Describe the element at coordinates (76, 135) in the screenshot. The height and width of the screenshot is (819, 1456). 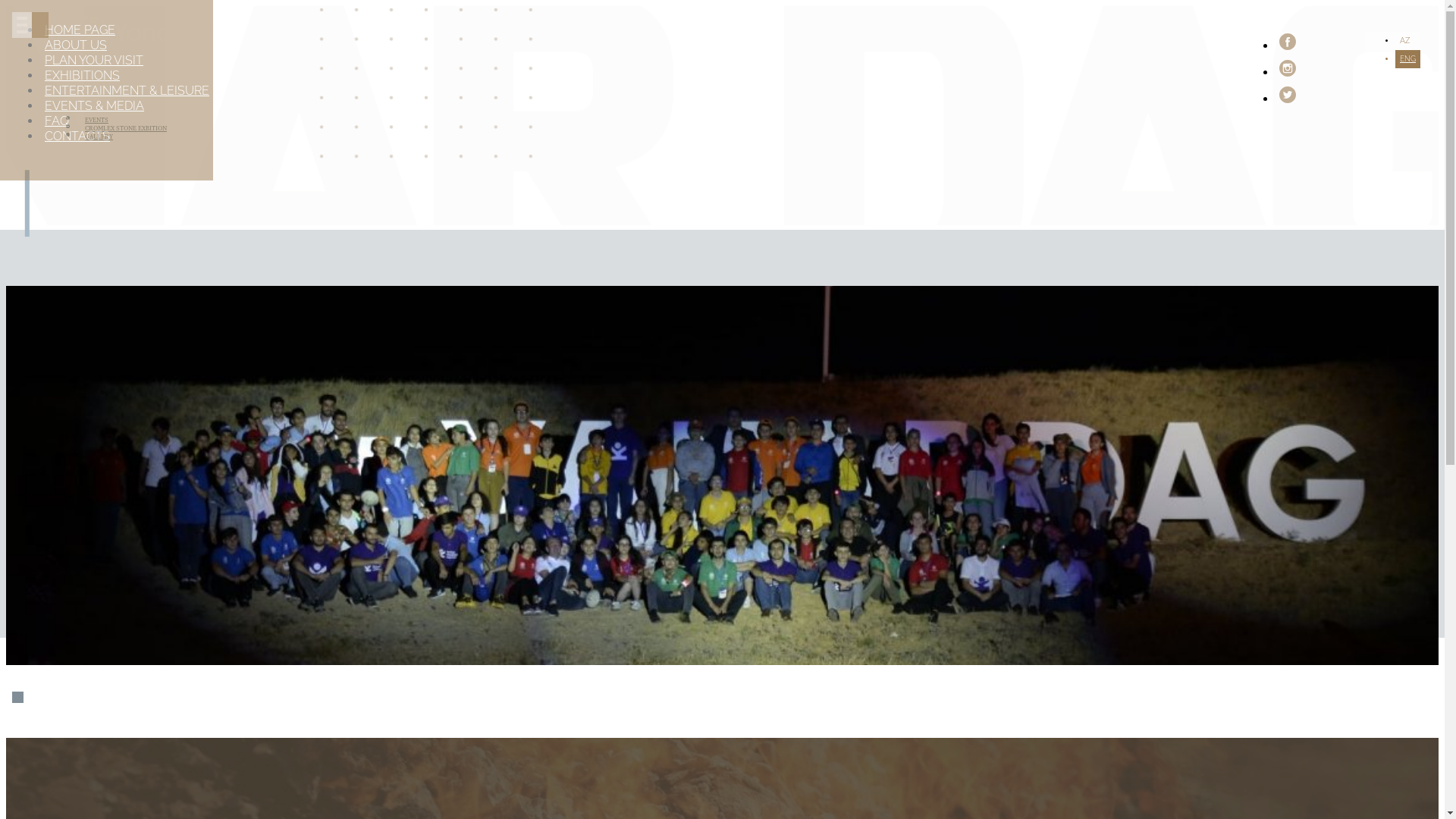
I see `'CONTACTS'` at that location.